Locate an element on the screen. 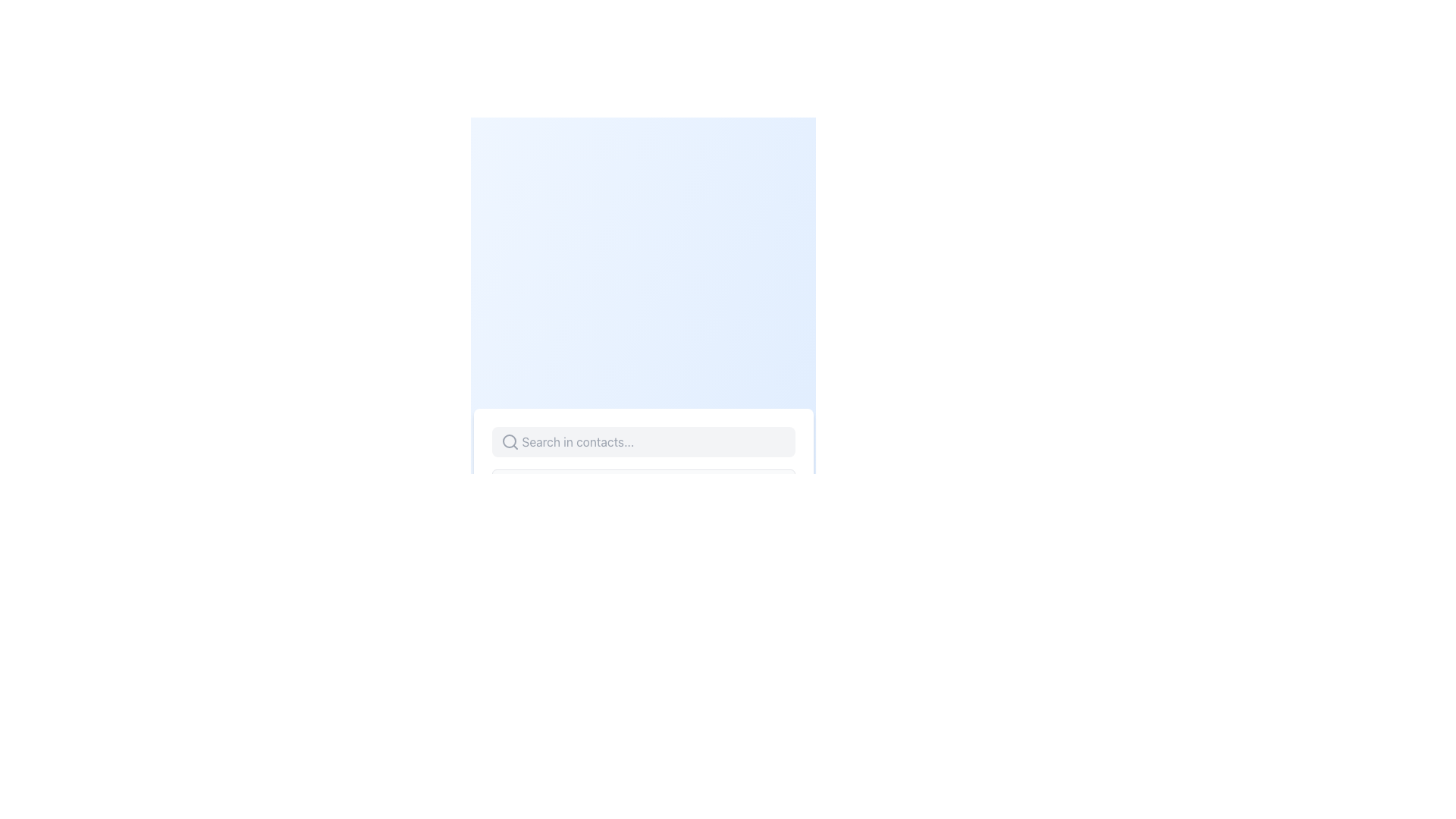 The height and width of the screenshot is (819, 1456). the circular lens of the magnifying glass icon, which is part of the 'Search in contacts...' input field is located at coordinates (509, 441).